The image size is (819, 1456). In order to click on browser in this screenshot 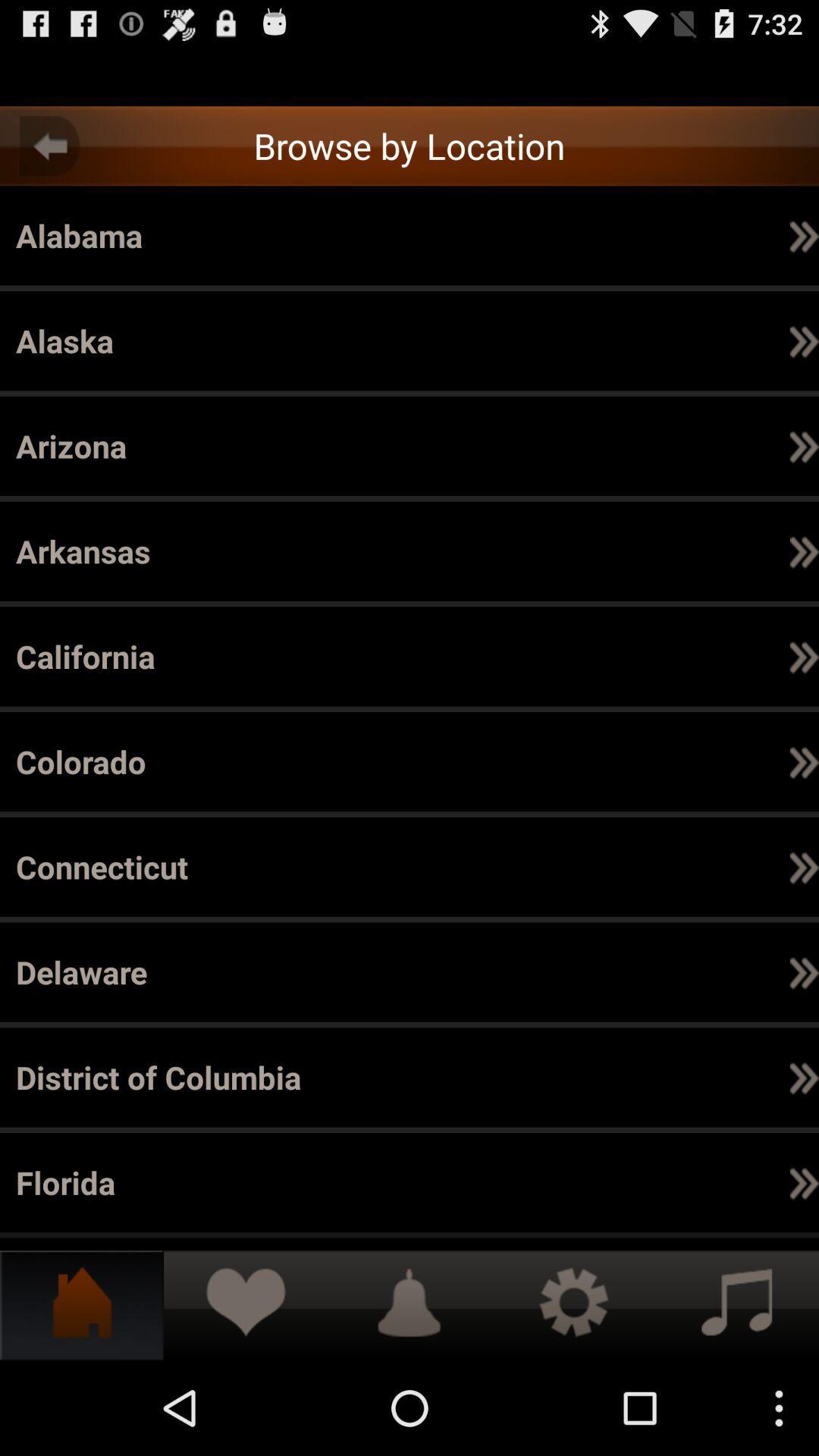, I will do `click(409, 76)`.